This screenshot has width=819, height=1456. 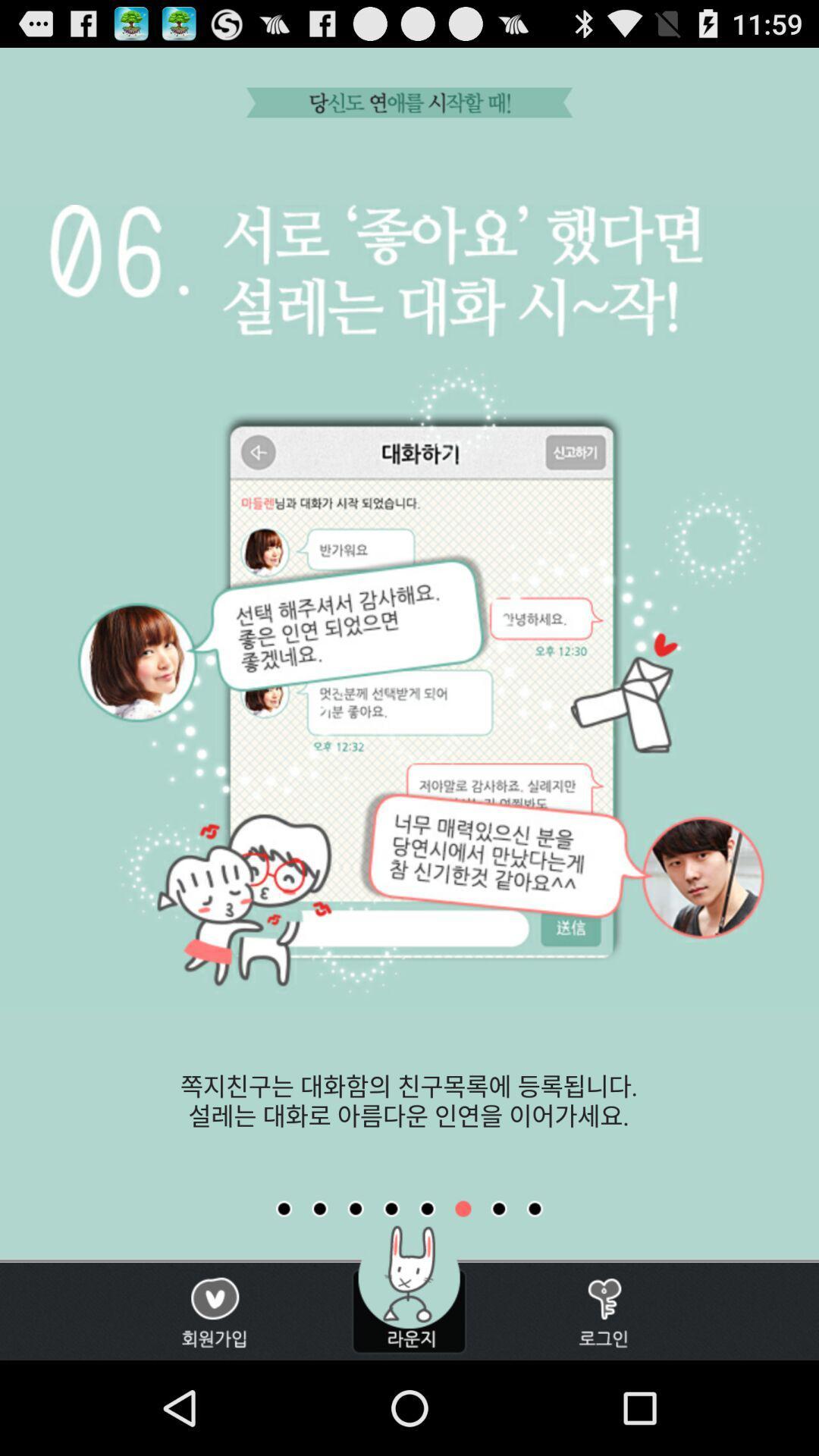 What do you see at coordinates (499, 1208) in the screenshot?
I see `pass image` at bounding box center [499, 1208].